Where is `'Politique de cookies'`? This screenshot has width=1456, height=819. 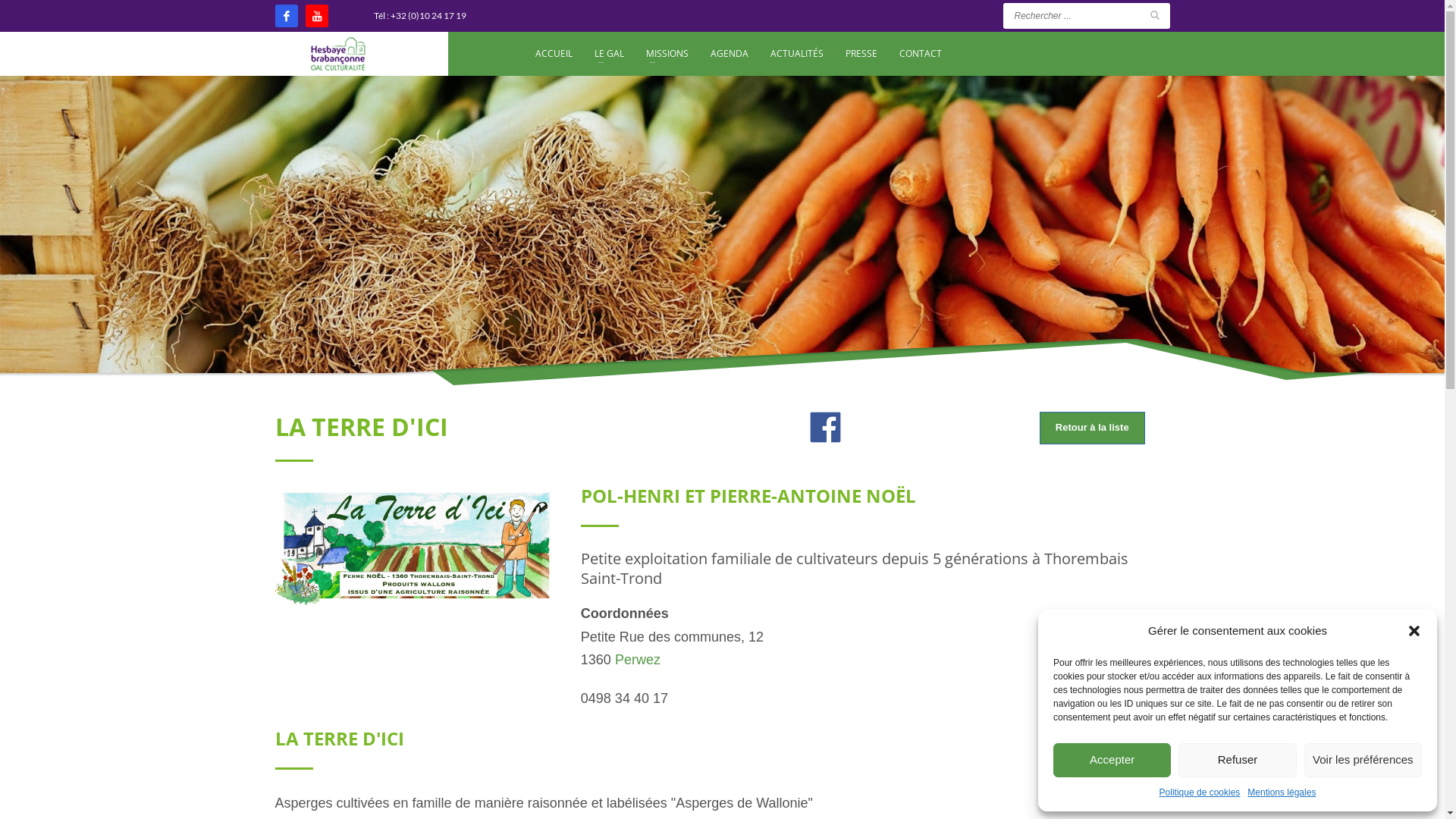 'Politique de cookies' is located at coordinates (1199, 792).